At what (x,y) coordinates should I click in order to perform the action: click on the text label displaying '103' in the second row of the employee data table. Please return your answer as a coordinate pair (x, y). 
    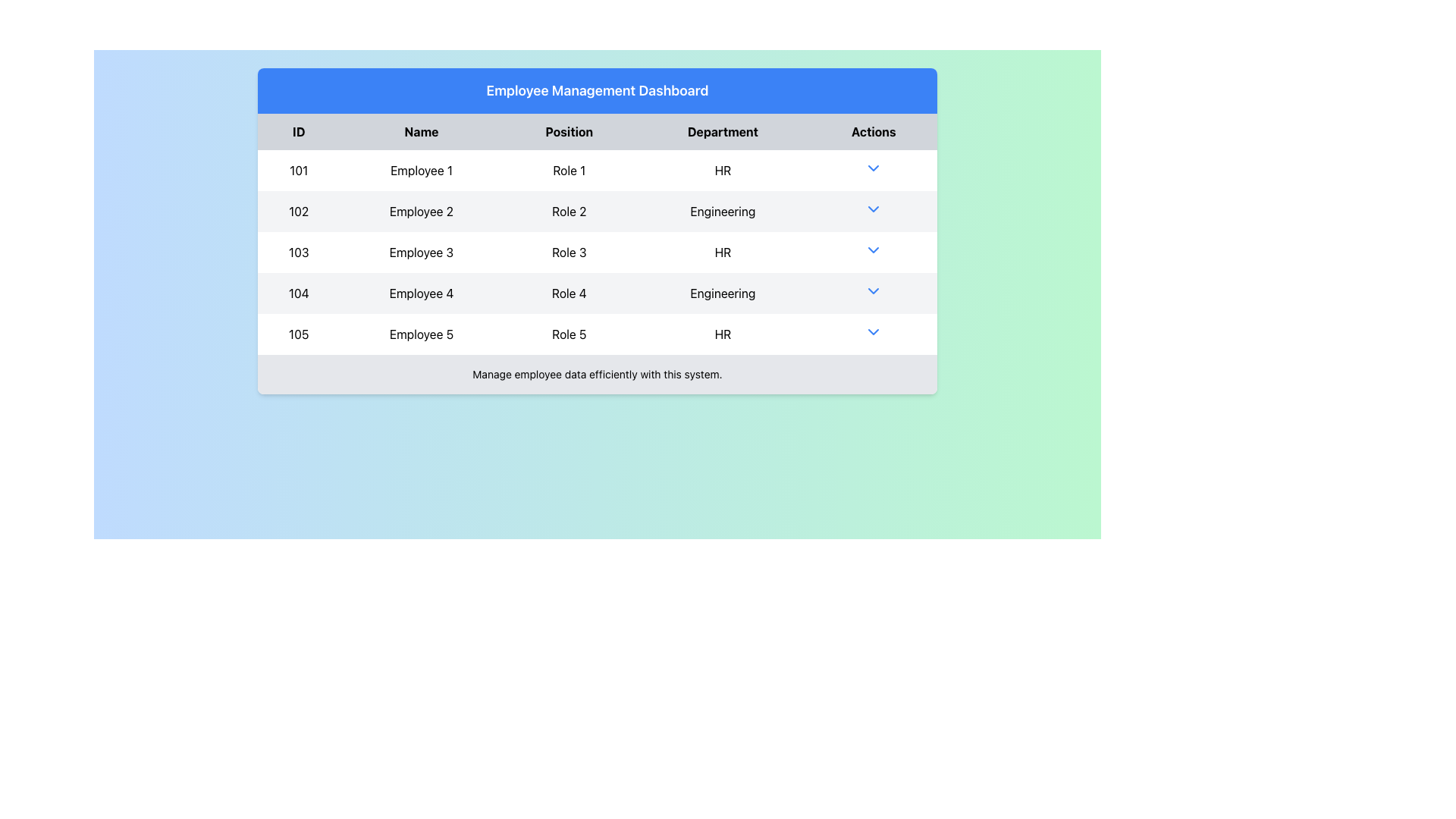
    Looking at the image, I should click on (299, 251).